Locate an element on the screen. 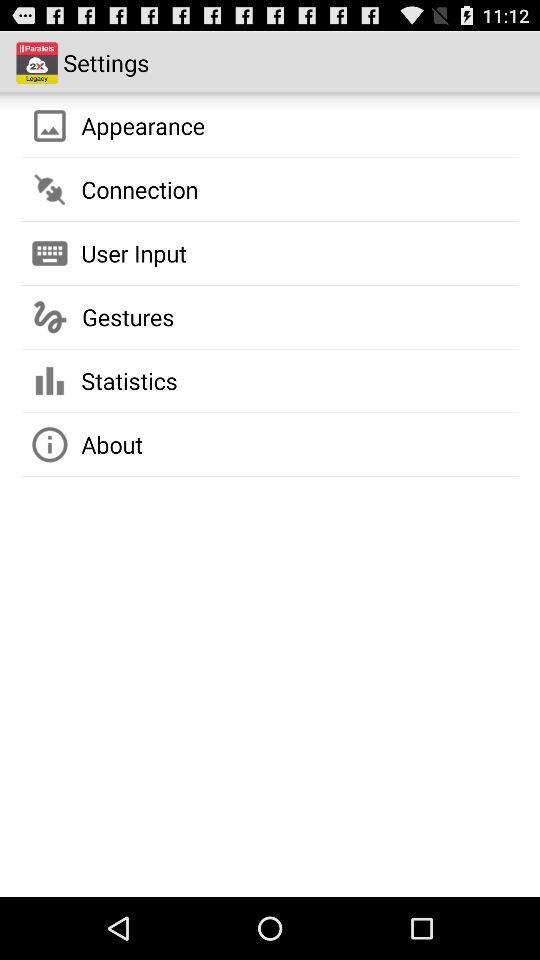 This screenshot has width=540, height=960. app below statistics item is located at coordinates (112, 444).